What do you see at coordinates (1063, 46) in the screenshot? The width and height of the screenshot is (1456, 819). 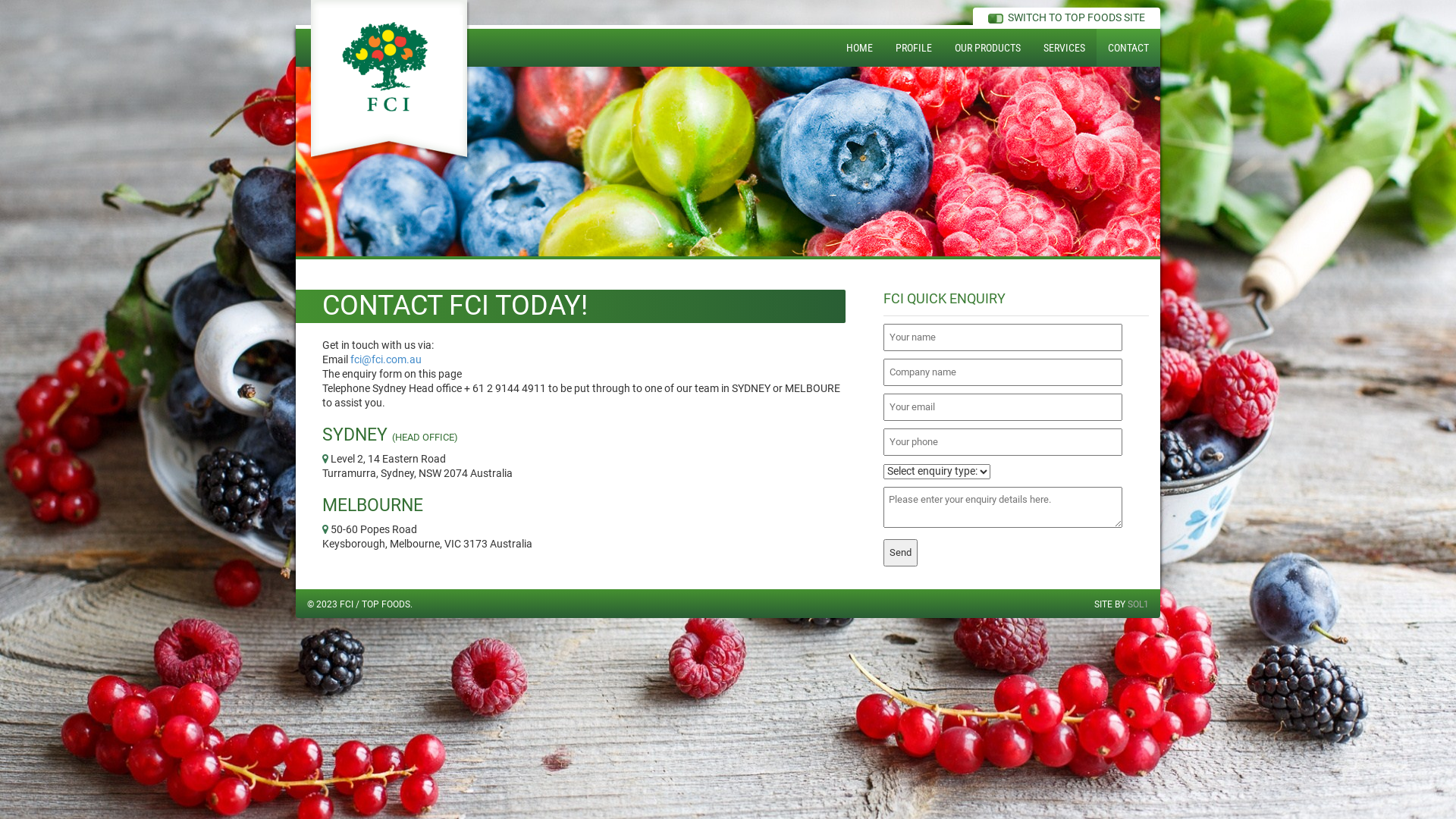 I see `'SERVICES'` at bounding box center [1063, 46].